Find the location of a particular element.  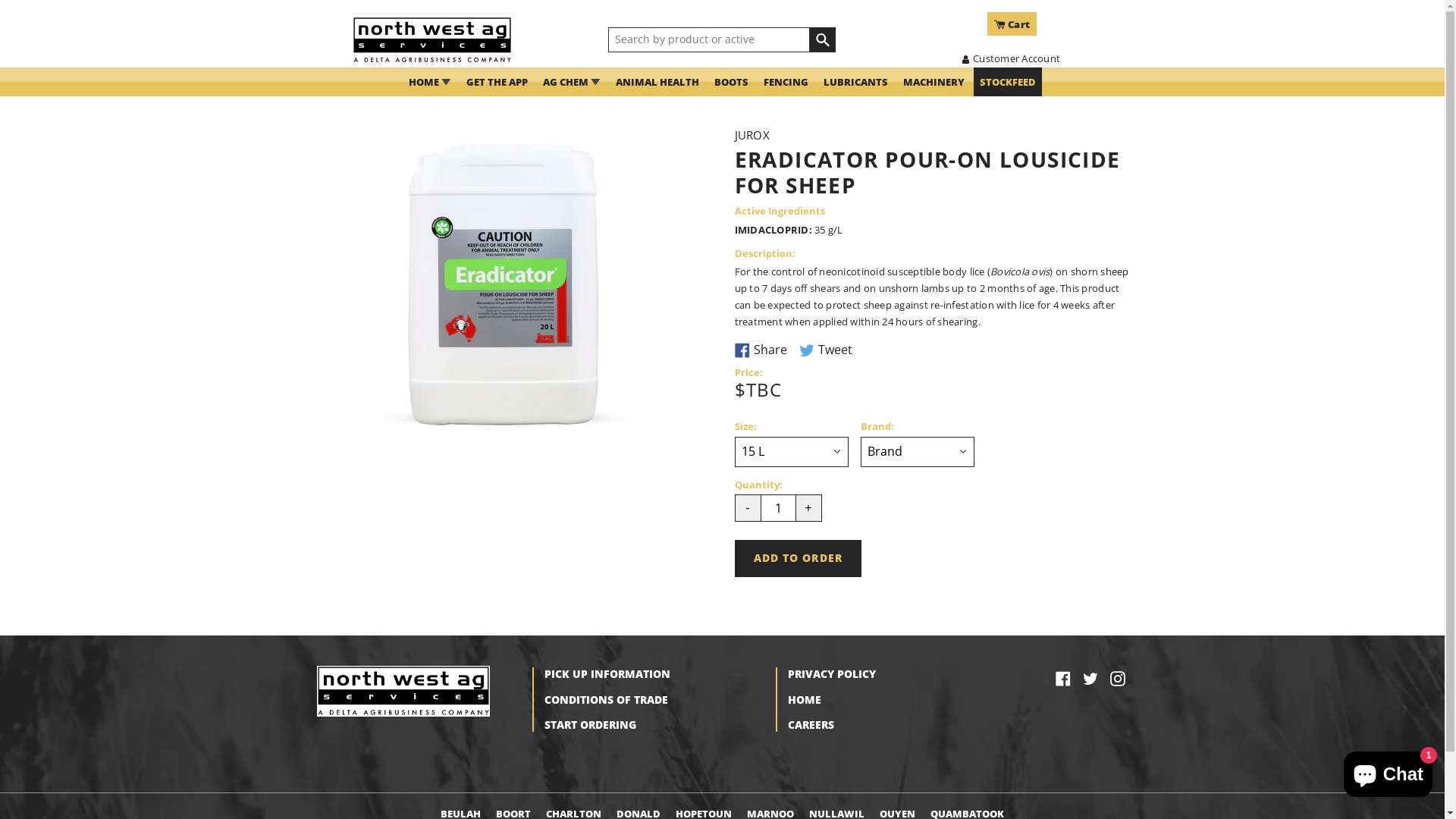

'ADD TO ORDER' is located at coordinates (796, 558).